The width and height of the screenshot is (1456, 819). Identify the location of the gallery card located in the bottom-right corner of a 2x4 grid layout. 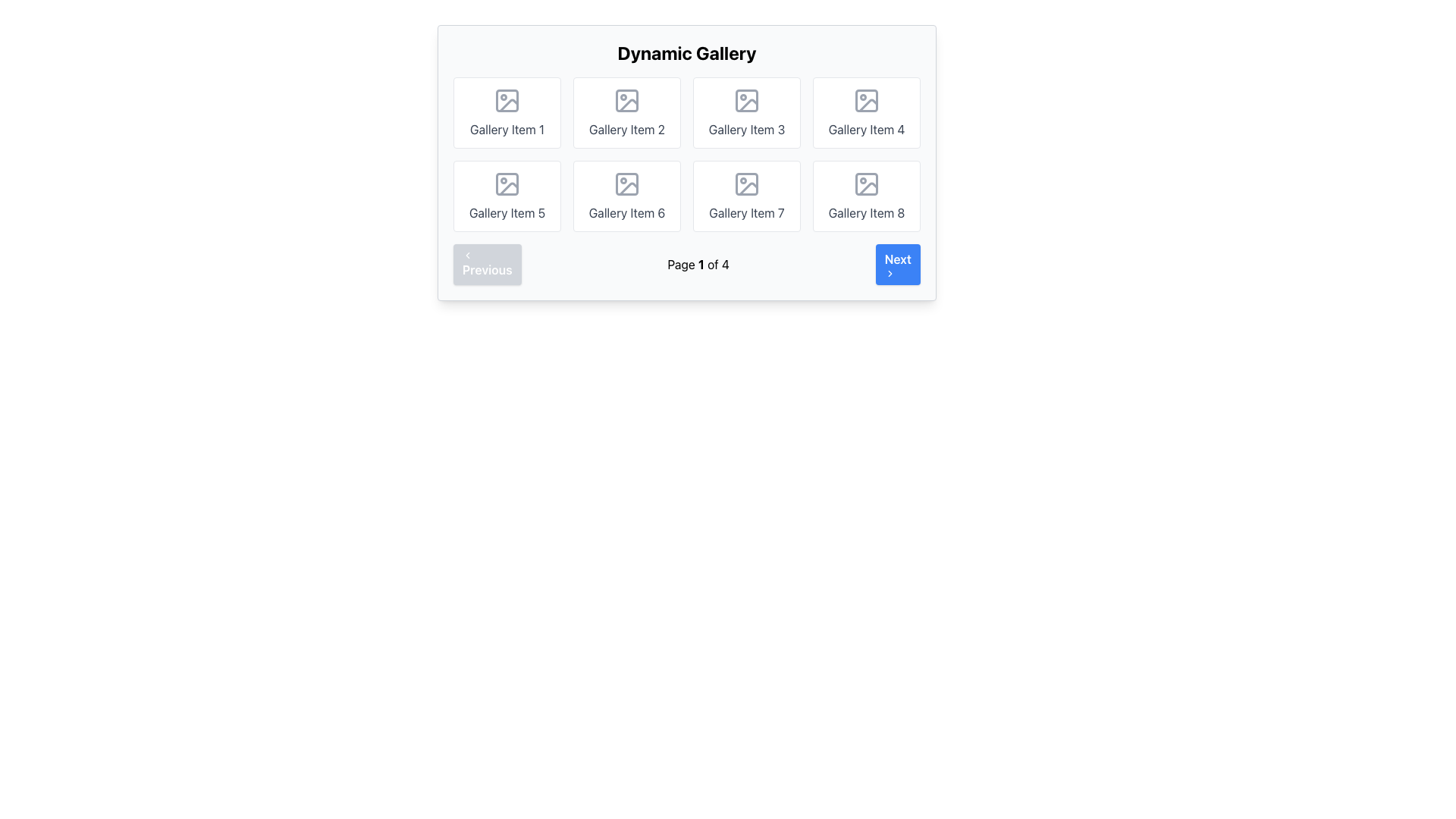
(866, 195).